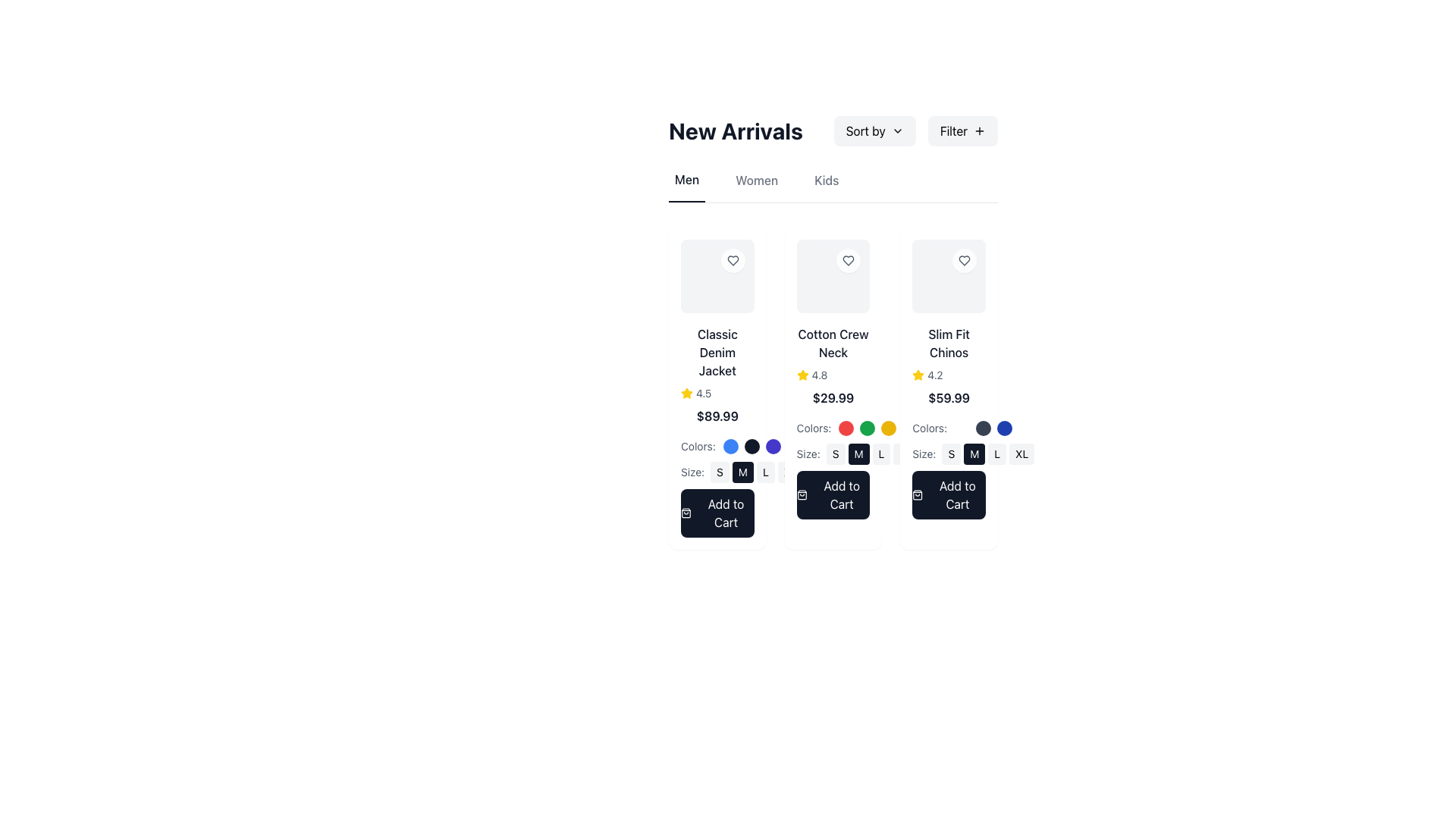 The height and width of the screenshot is (819, 1456). Describe the element at coordinates (833, 343) in the screenshot. I see `the 'Cotton Crew Neck' text label` at that location.